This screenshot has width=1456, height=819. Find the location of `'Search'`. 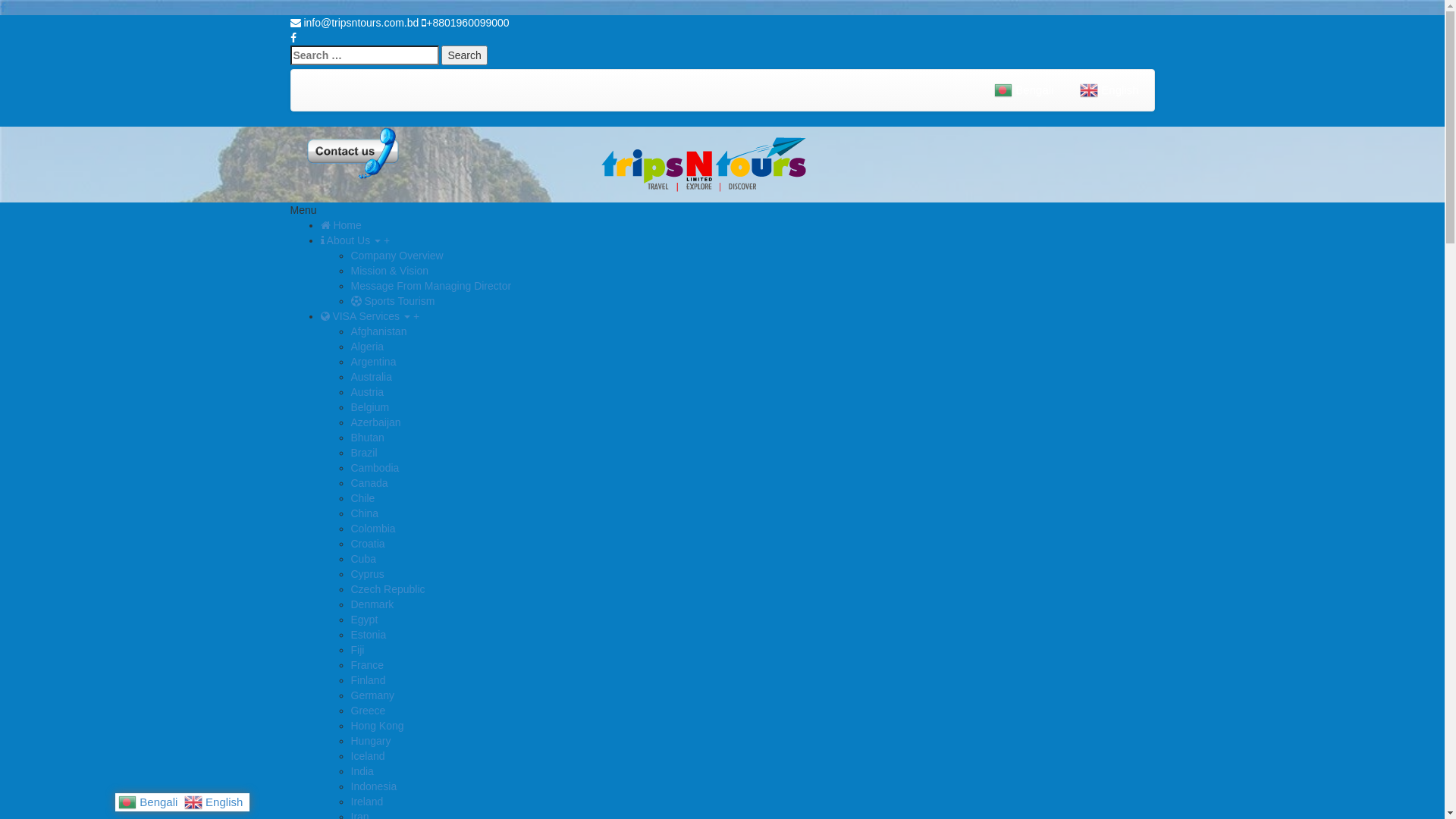

'Search' is located at coordinates (440, 55).